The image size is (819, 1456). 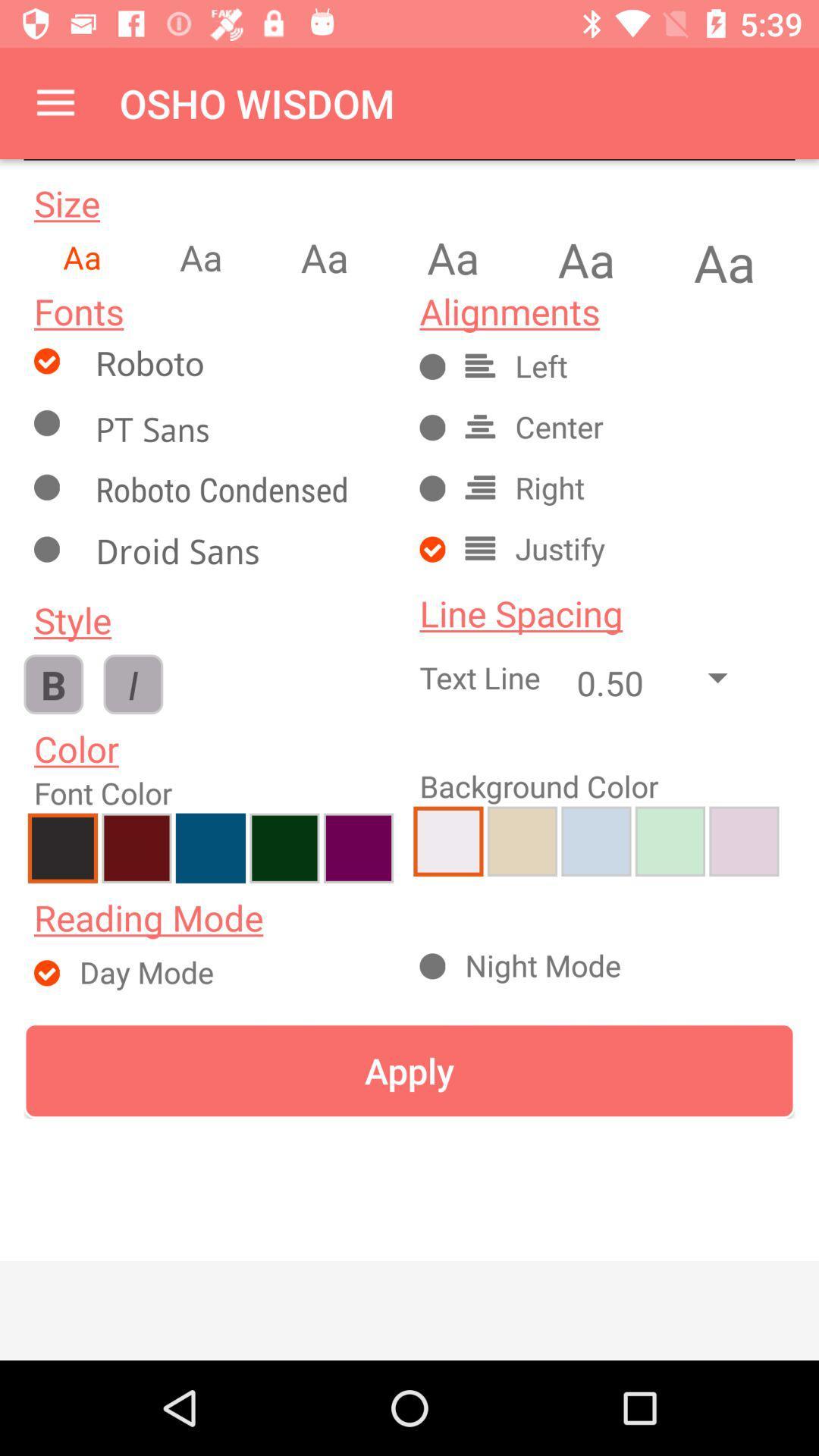 What do you see at coordinates (284, 847) in the screenshot?
I see `choose the green font color` at bounding box center [284, 847].